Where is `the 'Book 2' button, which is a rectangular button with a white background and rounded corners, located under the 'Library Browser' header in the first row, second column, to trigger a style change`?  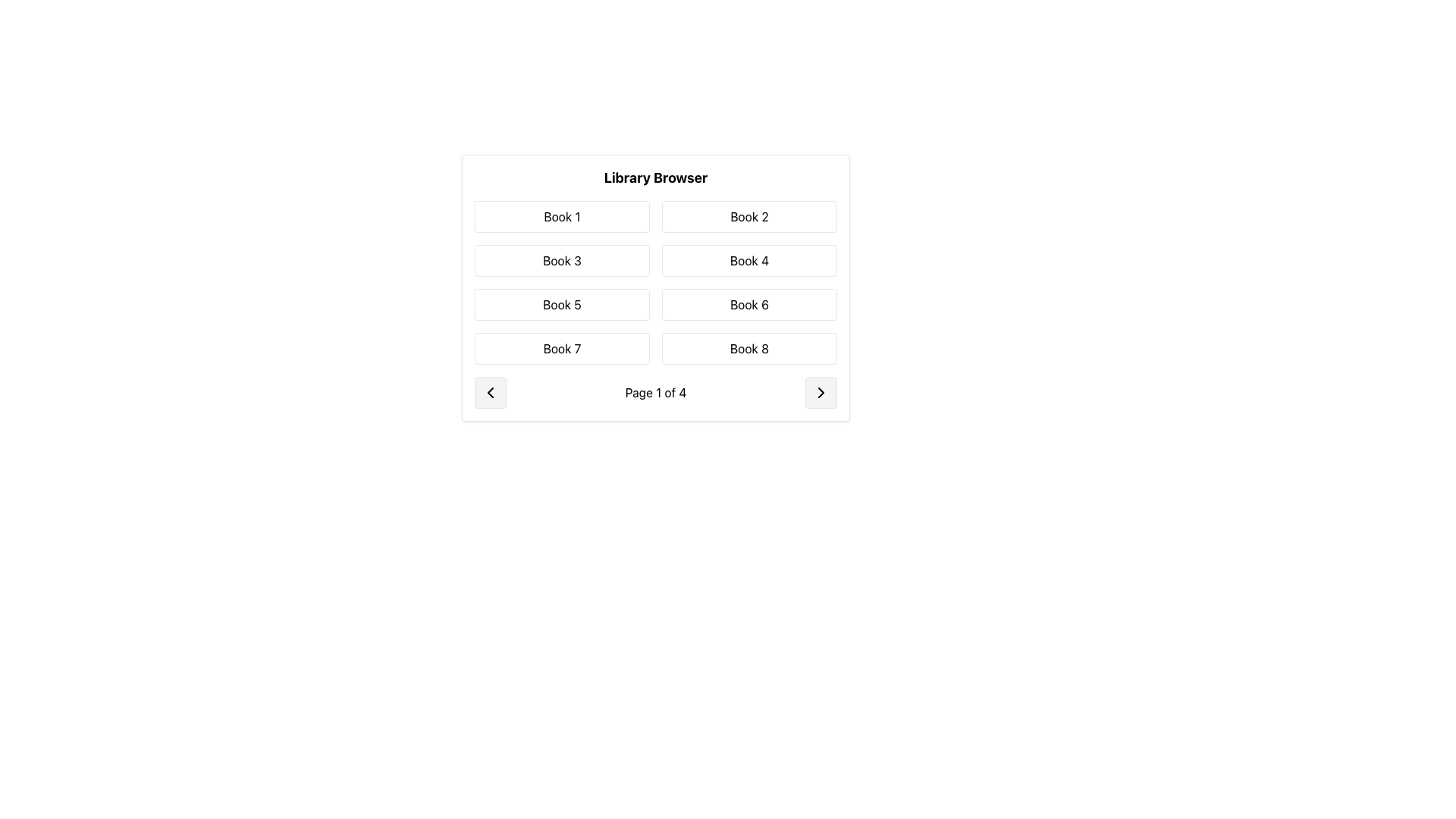 the 'Book 2' button, which is a rectangular button with a white background and rounded corners, located under the 'Library Browser' header in the first row, second column, to trigger a style change is located at coordinates (749, 216).